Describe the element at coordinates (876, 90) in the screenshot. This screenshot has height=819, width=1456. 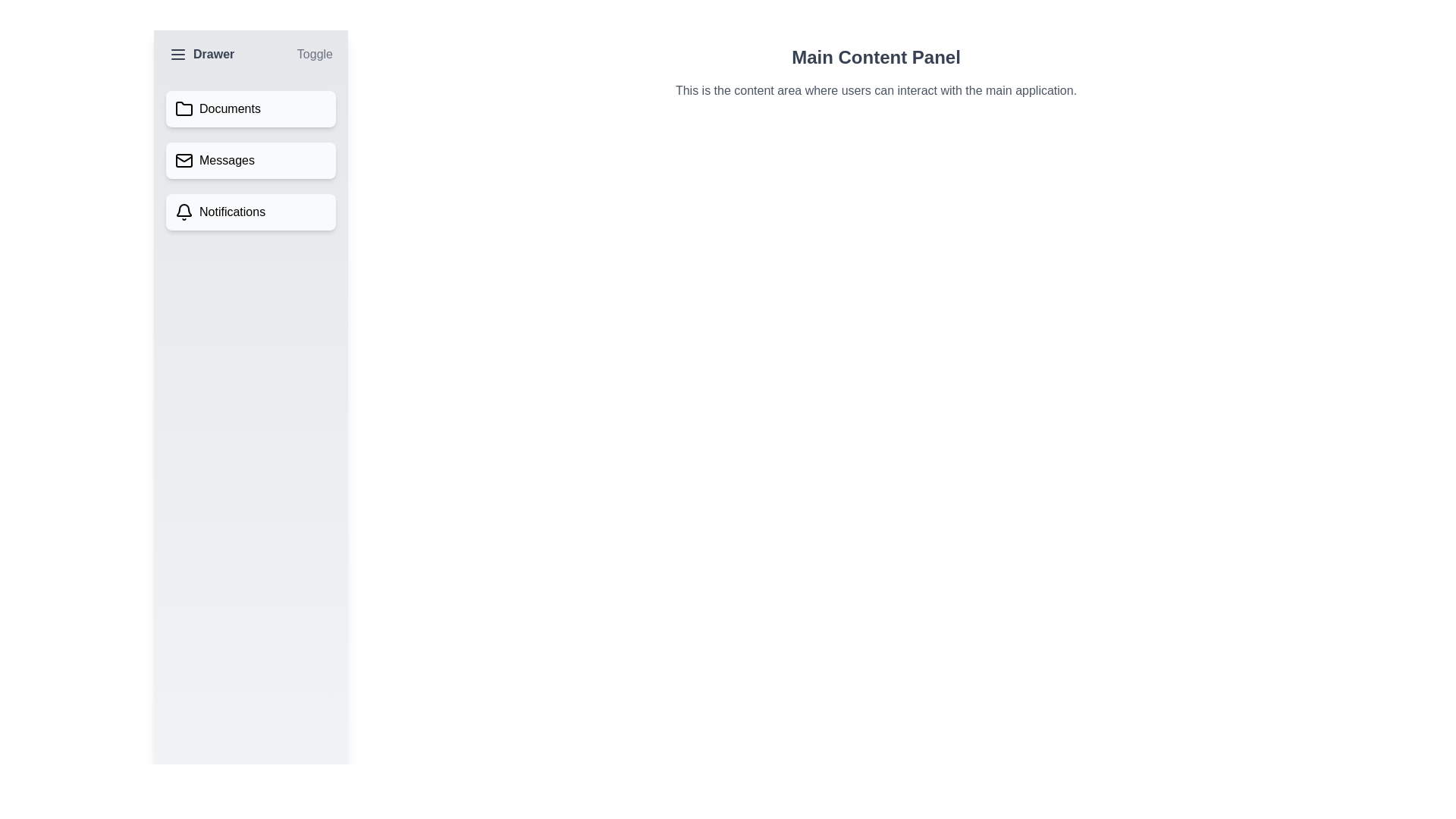
I see `static text element that displays 'This is the content area where users can interact with the main application.' located directly under the 'Main Content Panel' heading` at that location.